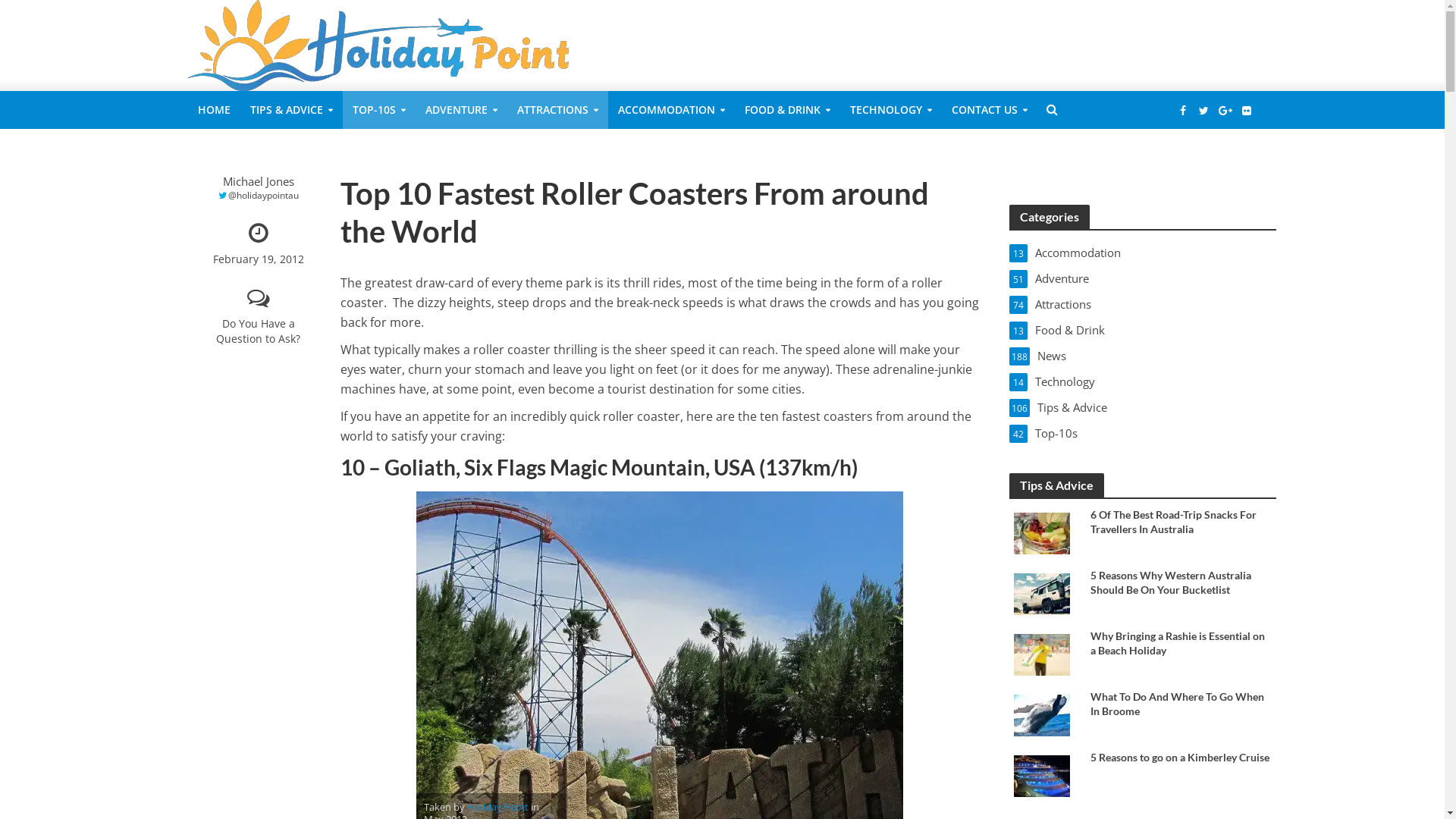 This screenshot has height=819, width=1456. Describe the element at coordinates (1090, 643) in the screenshot. I see `'Why Bringing a Rashie is Essential on a Beach Holiday'` at that location.